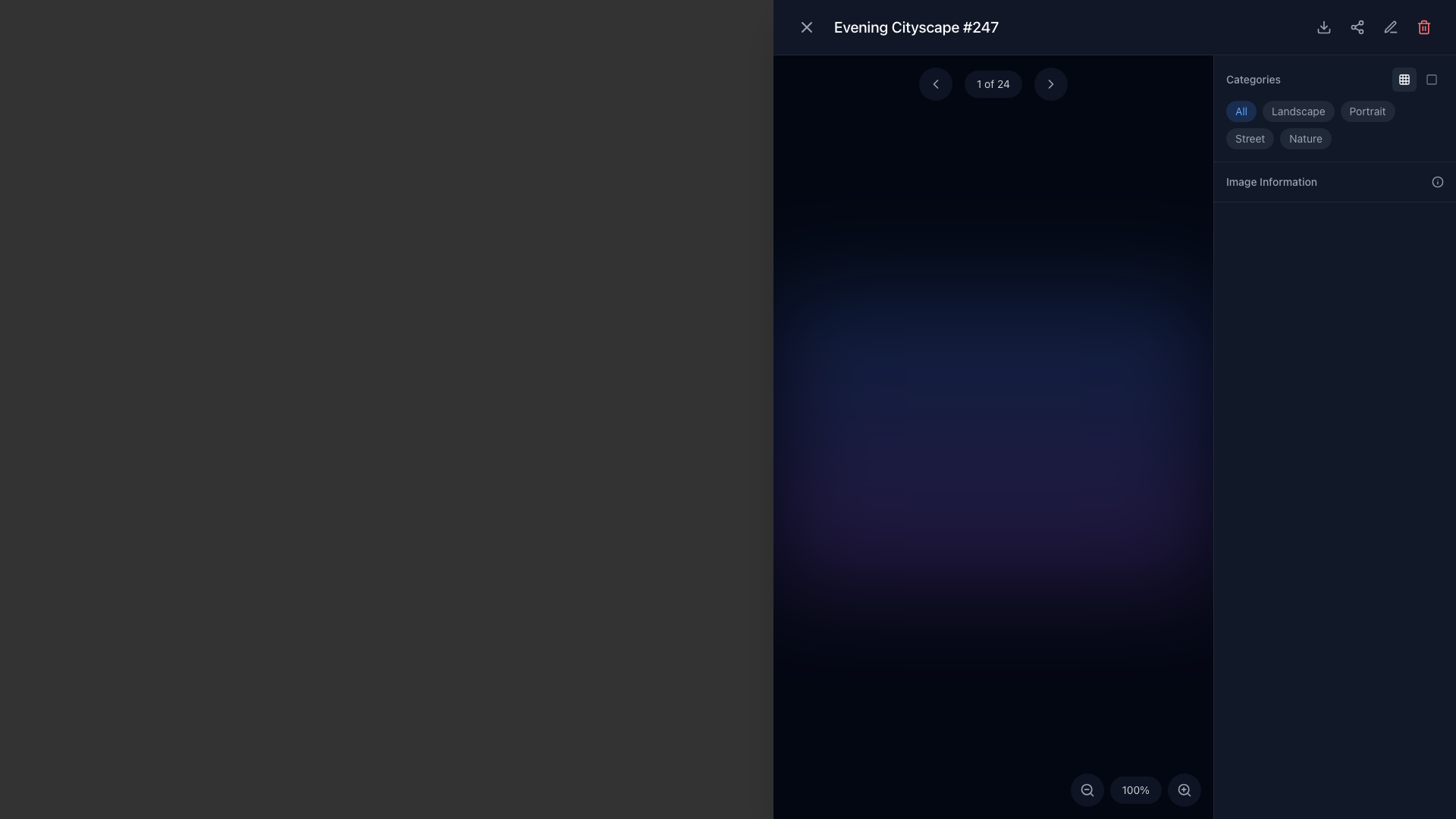  Describe the element at coordinates (1050, 84) in the screenshot. I see `the right-pointing chevron icon button with a dark semi-transparent background` at that location.